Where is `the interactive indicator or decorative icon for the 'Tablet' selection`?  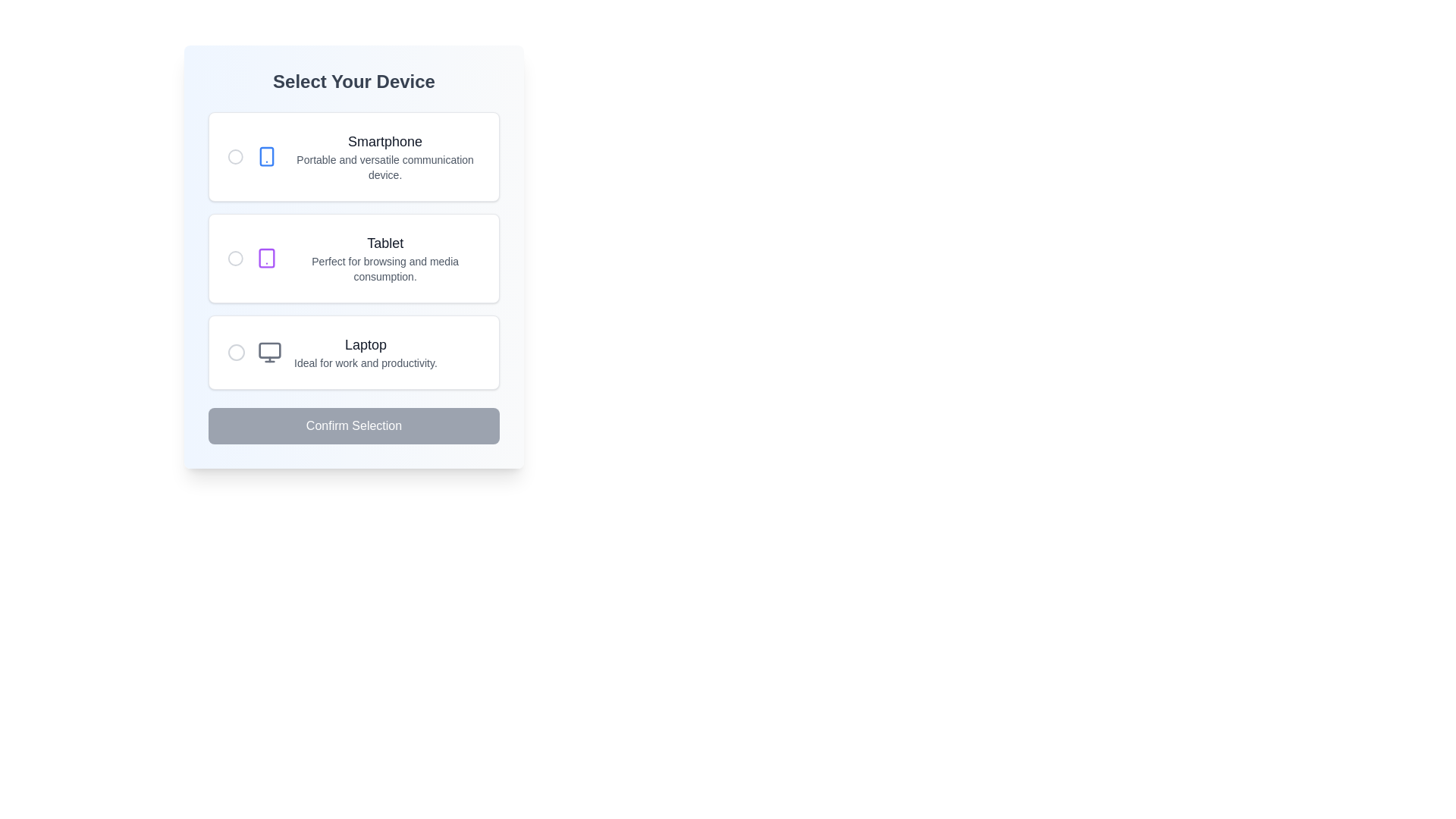
the interactive indicator or decorative icon for the 'Tablet' selection is located at coordinates (234, 257).